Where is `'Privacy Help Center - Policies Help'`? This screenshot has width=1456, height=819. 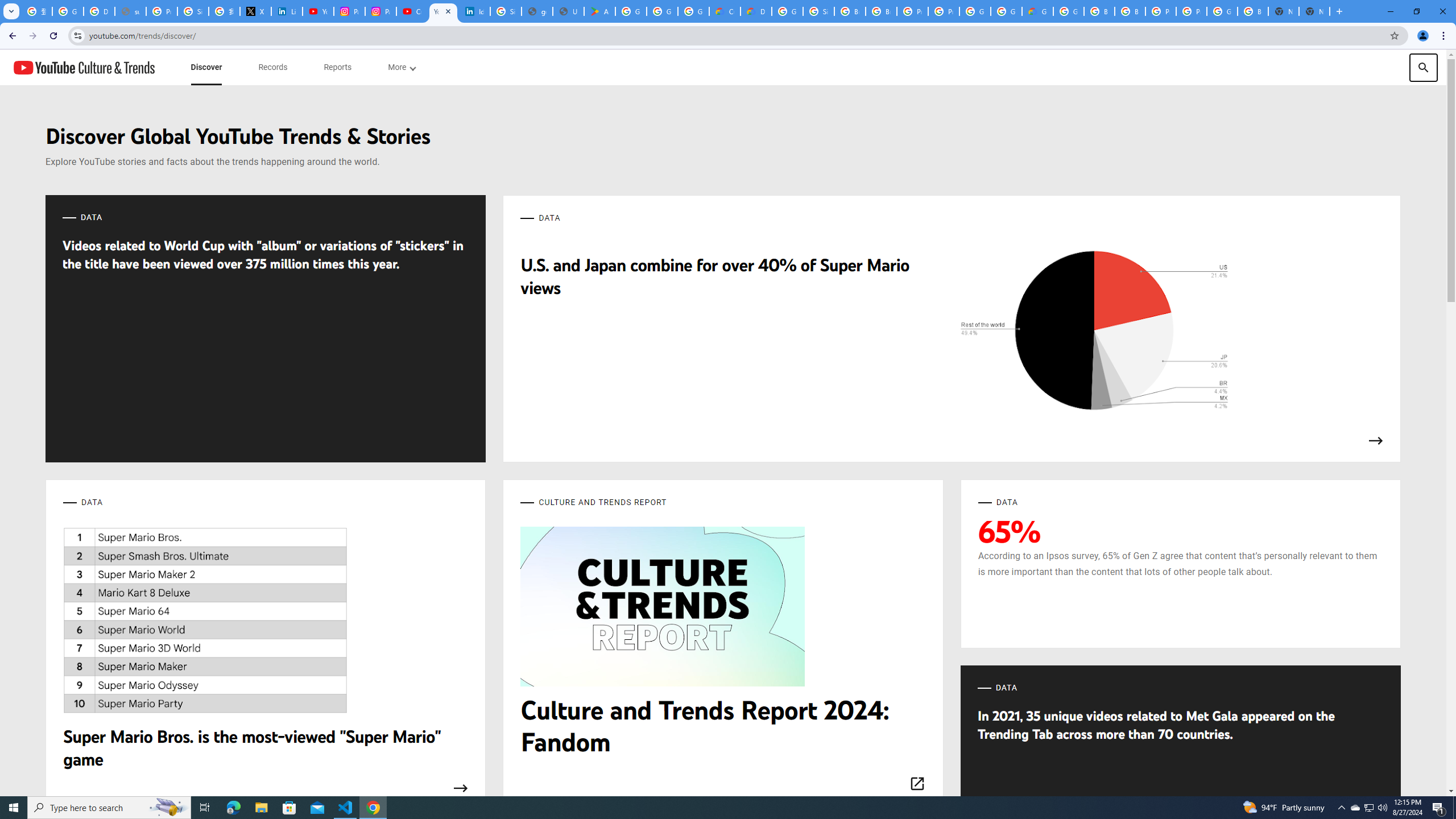
'Privacy Help Center - Policies Help' is located at coordinates (162, 11).